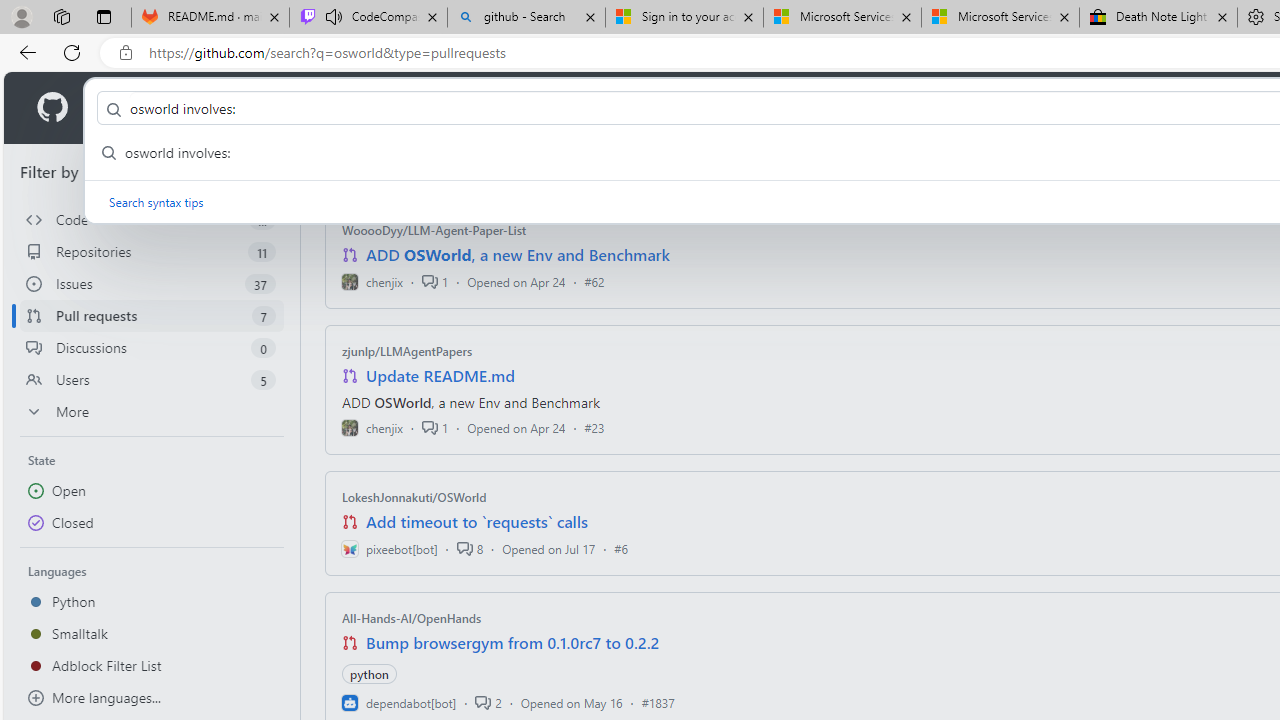  Describe the element at coordinates (593, 426) in the screenshot. I see `'#23'` at that location.